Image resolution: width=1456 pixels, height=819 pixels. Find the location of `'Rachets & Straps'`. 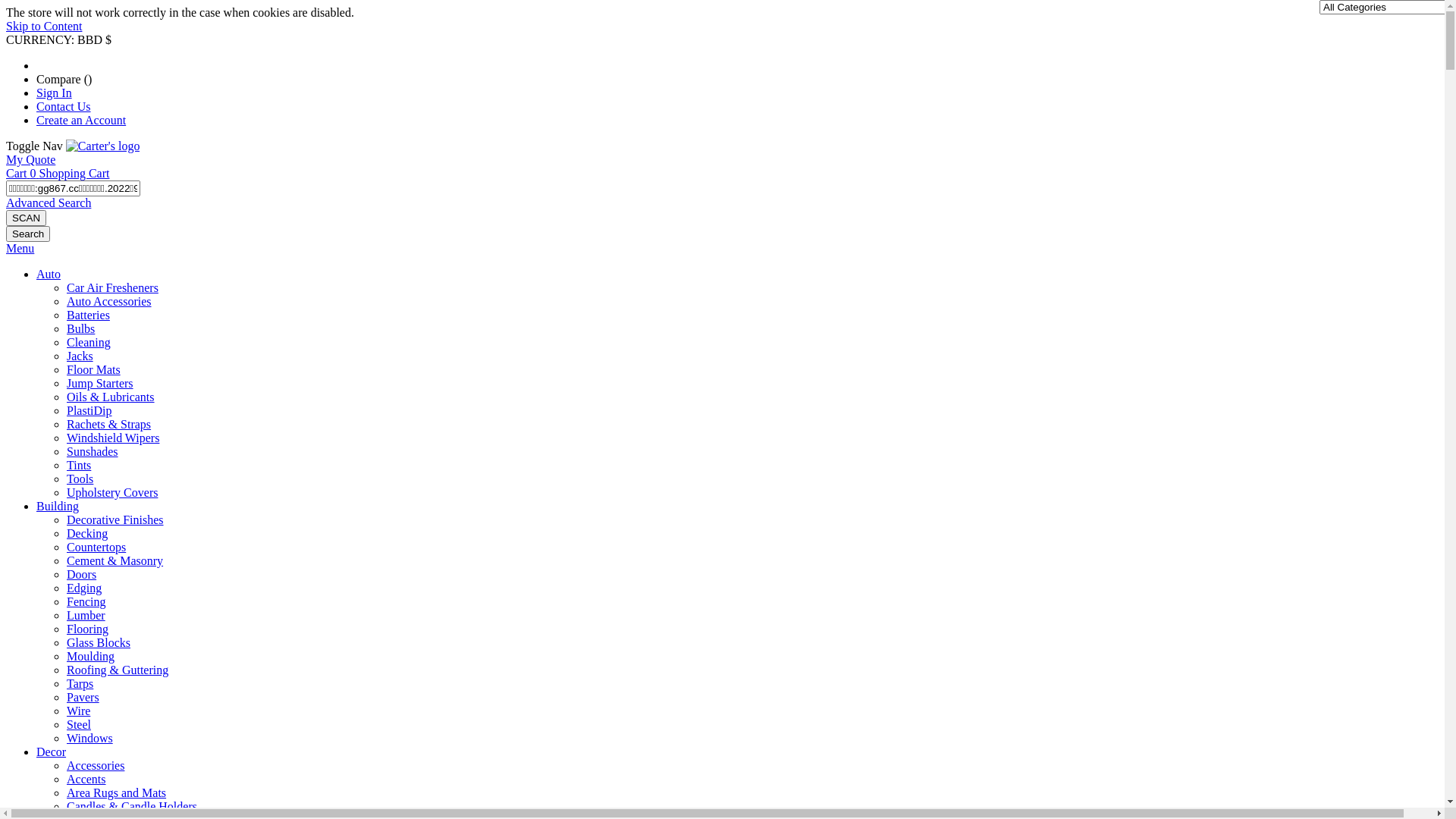

'Rachets & Straps' is located at coordinates (65, 424).